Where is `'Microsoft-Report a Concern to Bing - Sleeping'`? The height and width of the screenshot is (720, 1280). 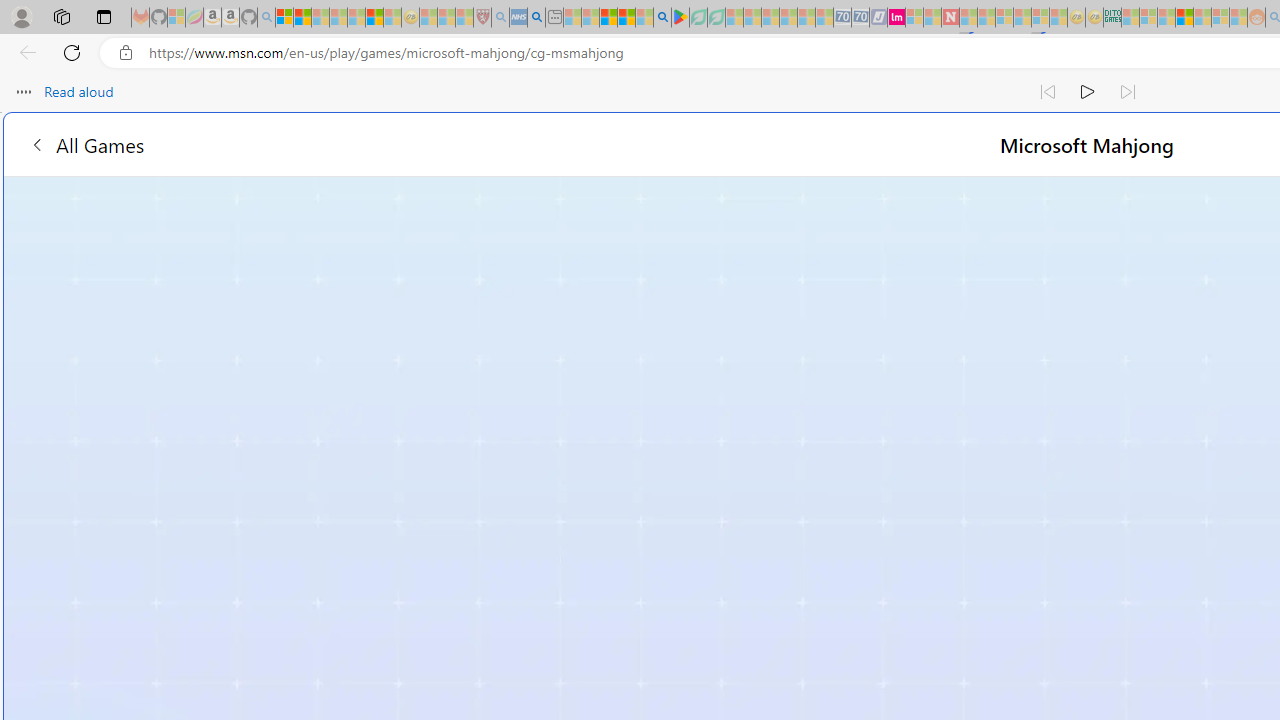 'Microsoft-Report a Concern to Bing - Sleeping' is located at coordinates (176, 17).